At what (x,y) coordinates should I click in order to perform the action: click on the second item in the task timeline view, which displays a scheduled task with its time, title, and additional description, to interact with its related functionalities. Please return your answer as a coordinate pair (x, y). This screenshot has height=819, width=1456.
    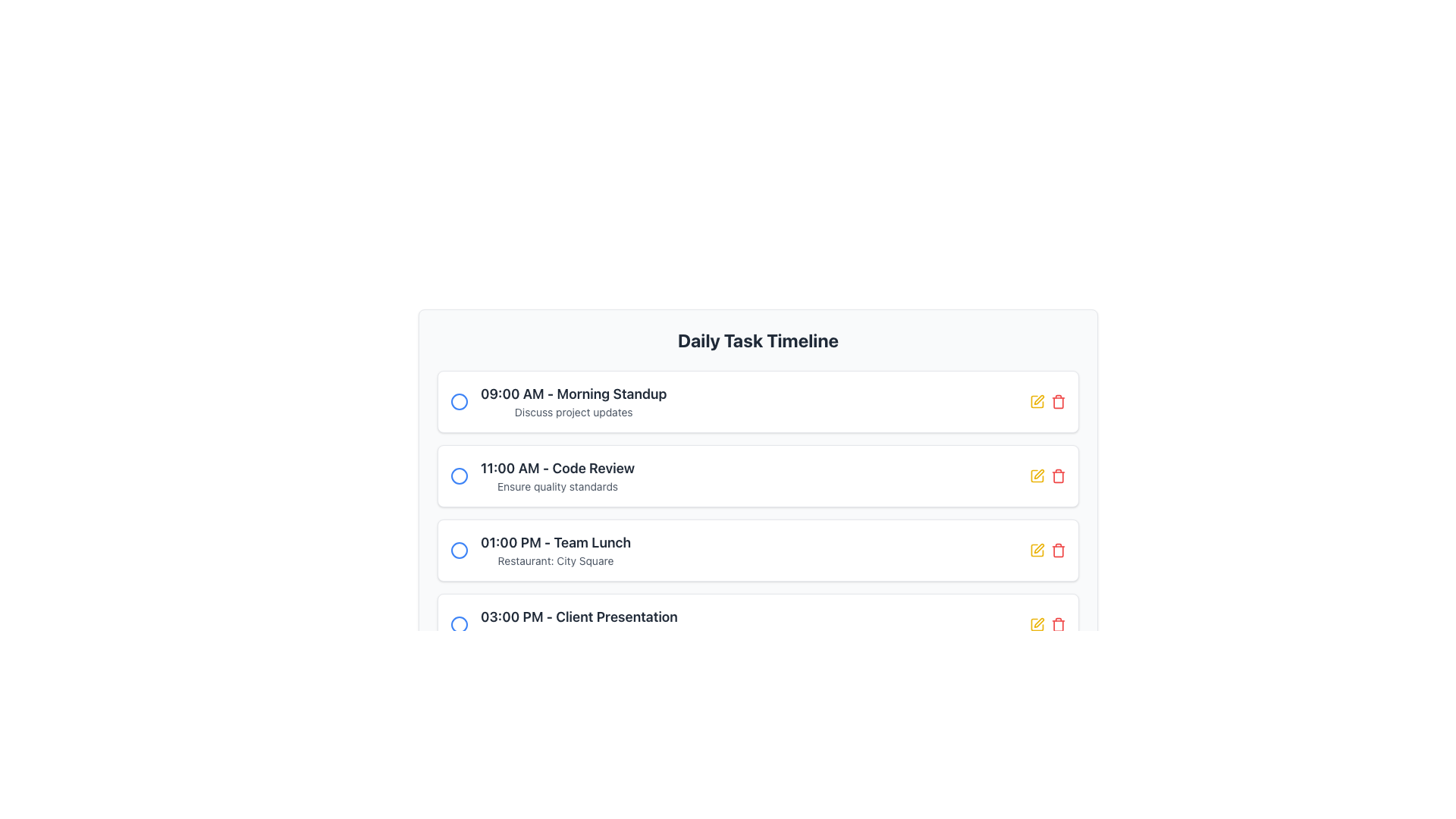
    Looking at the image, I should click on (542, 475).